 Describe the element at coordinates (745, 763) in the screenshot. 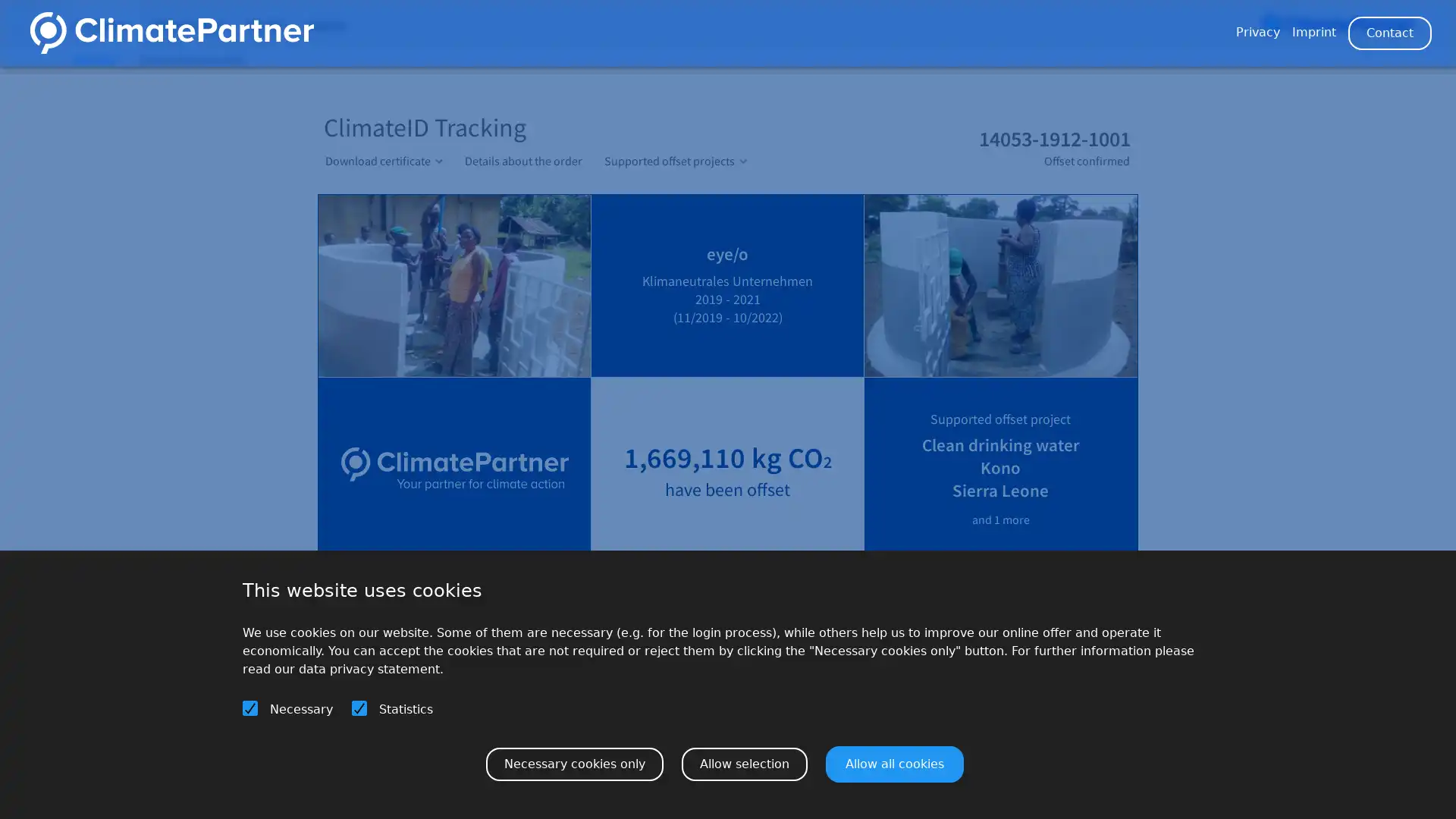

I see `Allow selection` at that location.